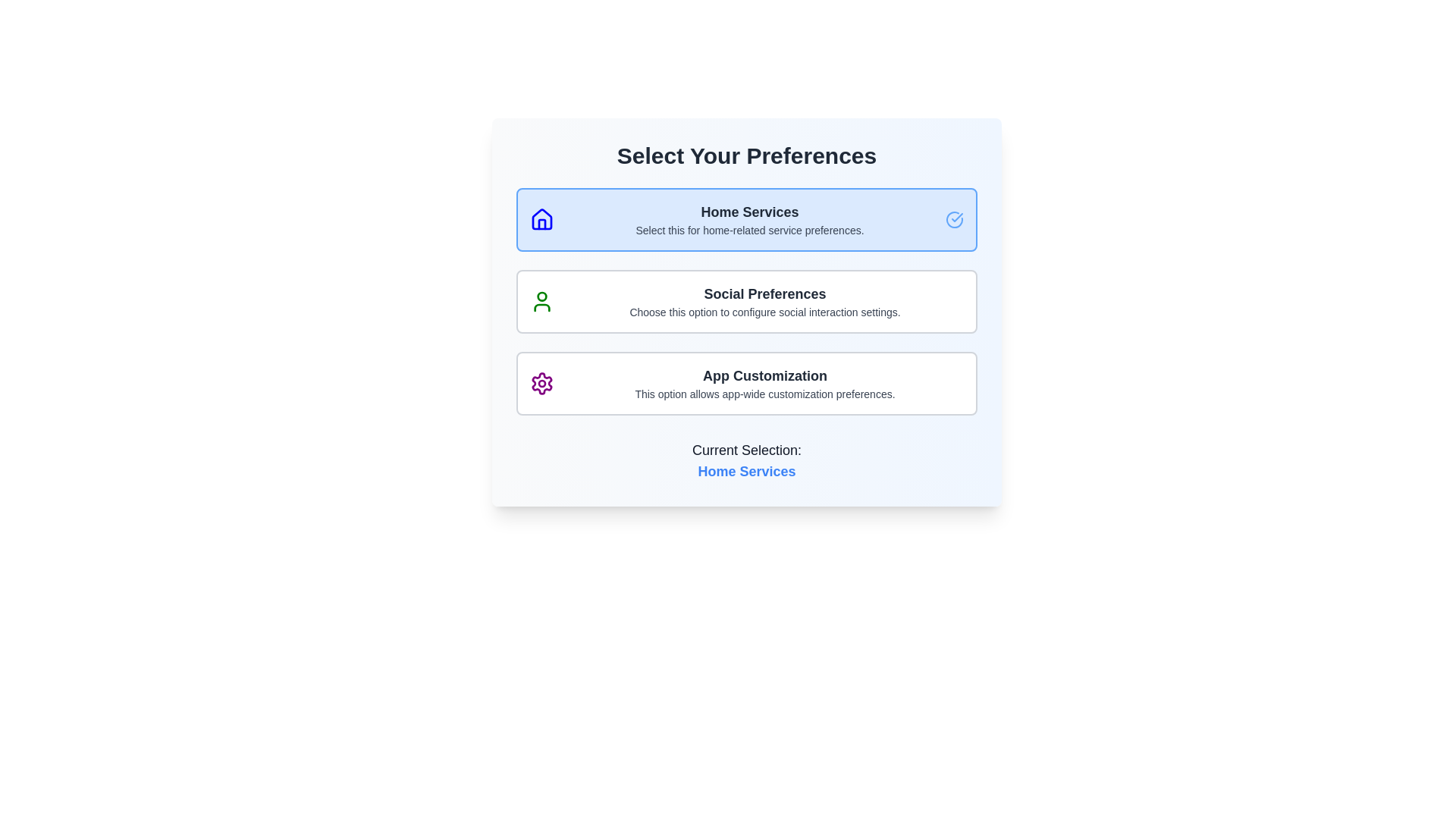 The height and width of the screenshot is (819, 1456). I want to click on the bold and centered heading labeled 'Select Your Preferences', which is prominently displayed at the top of a rounded panel, so click(746, 155).